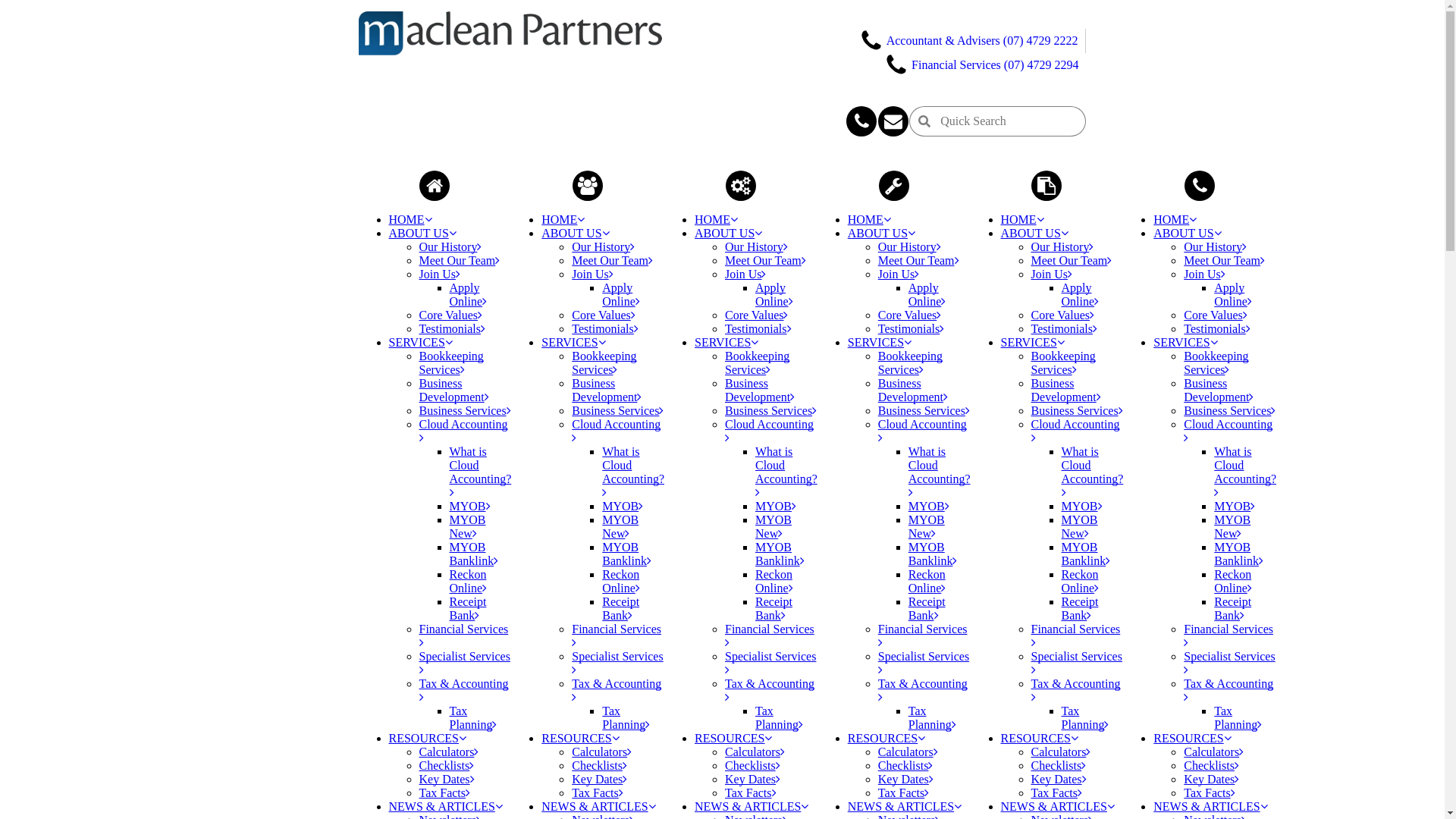  I want to click on 'Calculators', so click(755, 752).